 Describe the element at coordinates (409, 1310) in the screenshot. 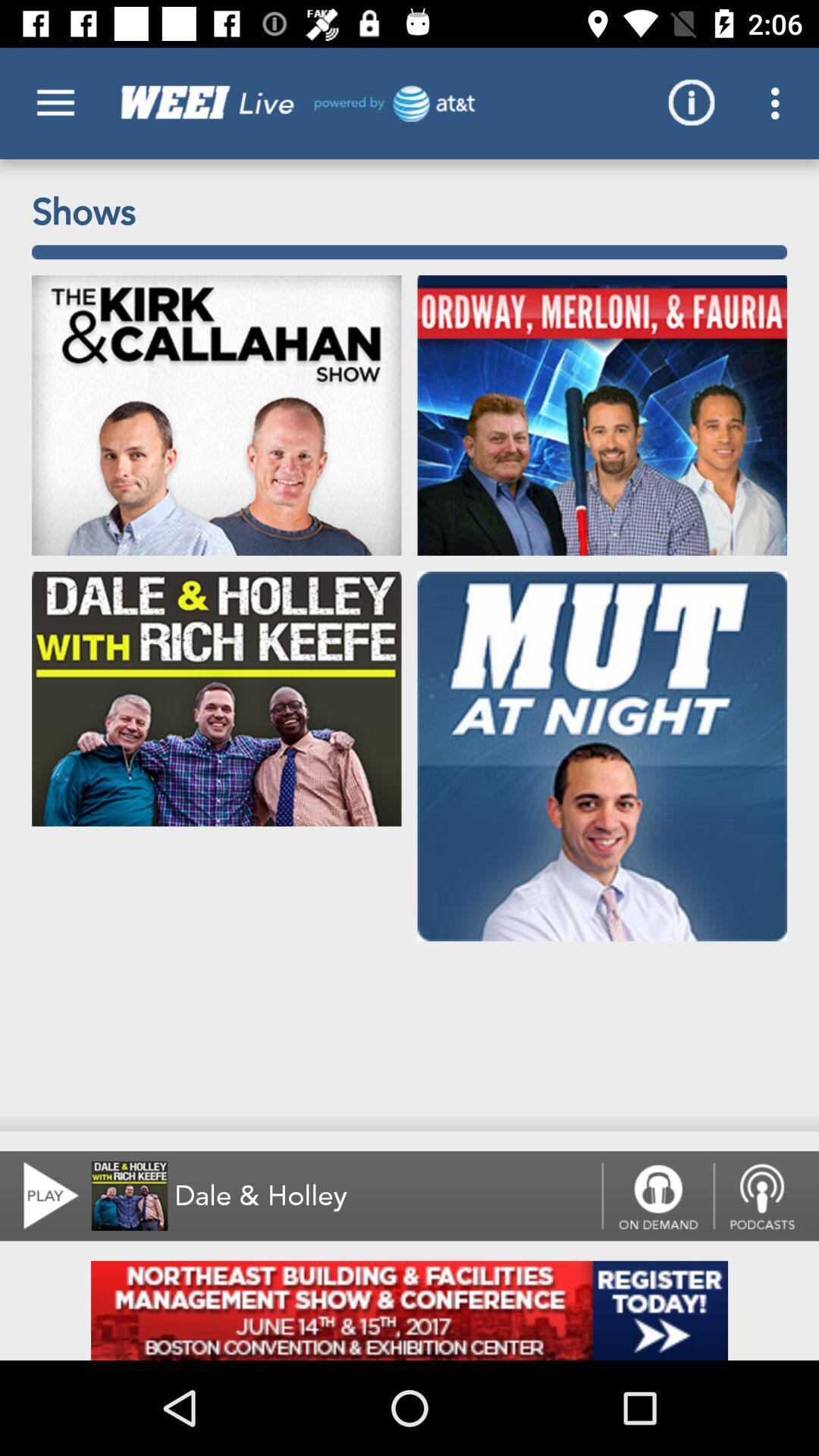

I see `advertiser` at that location.